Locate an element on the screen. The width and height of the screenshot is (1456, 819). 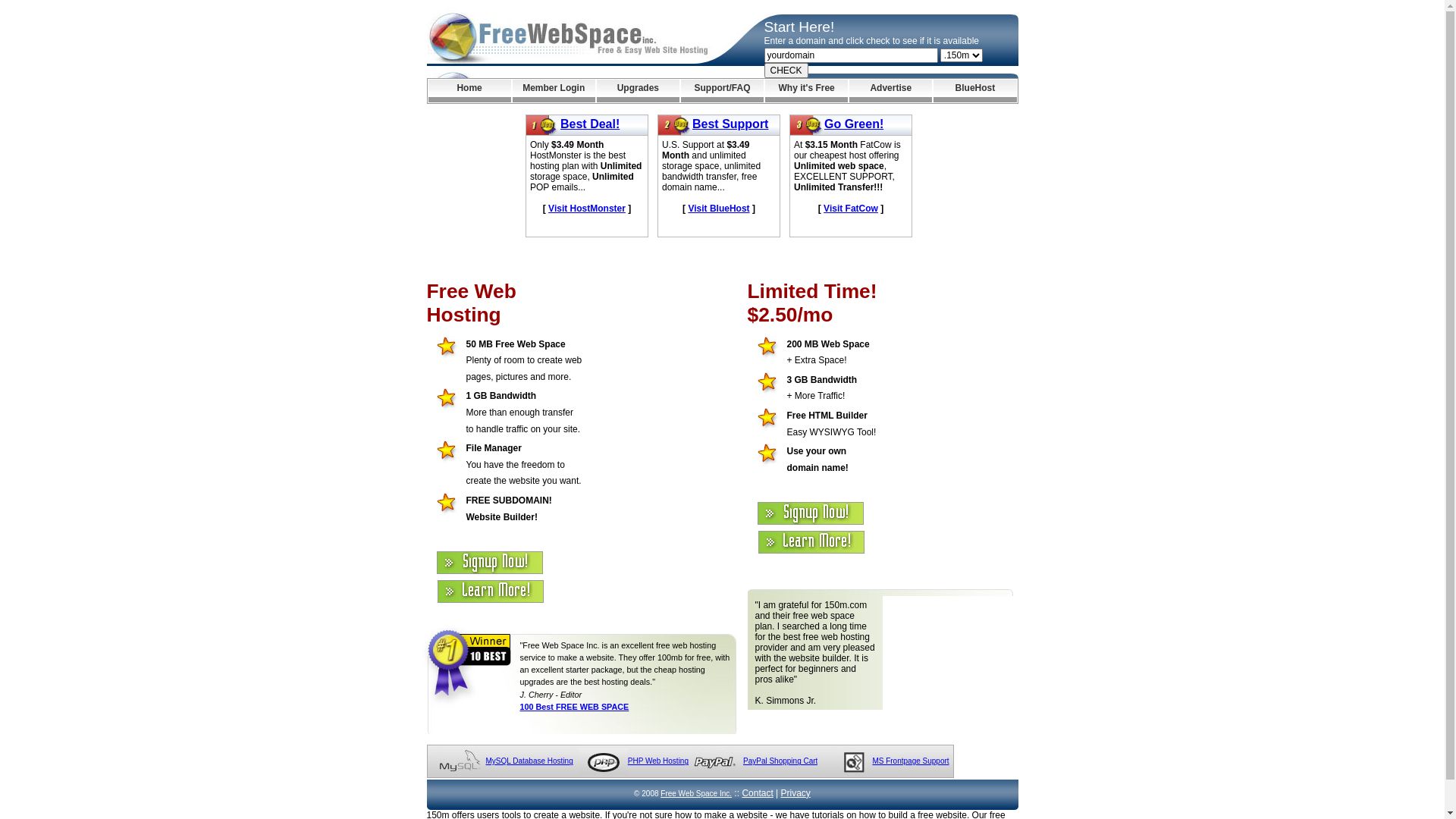
'CHECK' is located at coordinates (786, 70).